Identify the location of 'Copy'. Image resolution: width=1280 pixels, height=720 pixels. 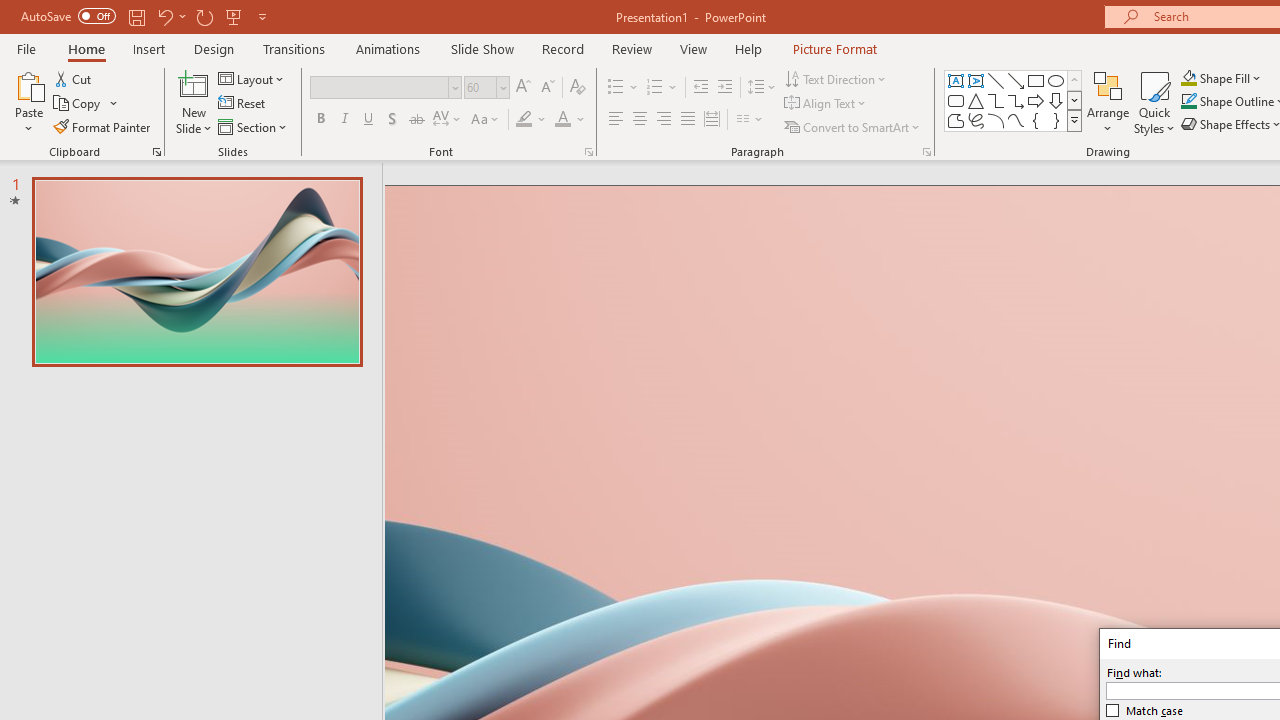
(85, 103).